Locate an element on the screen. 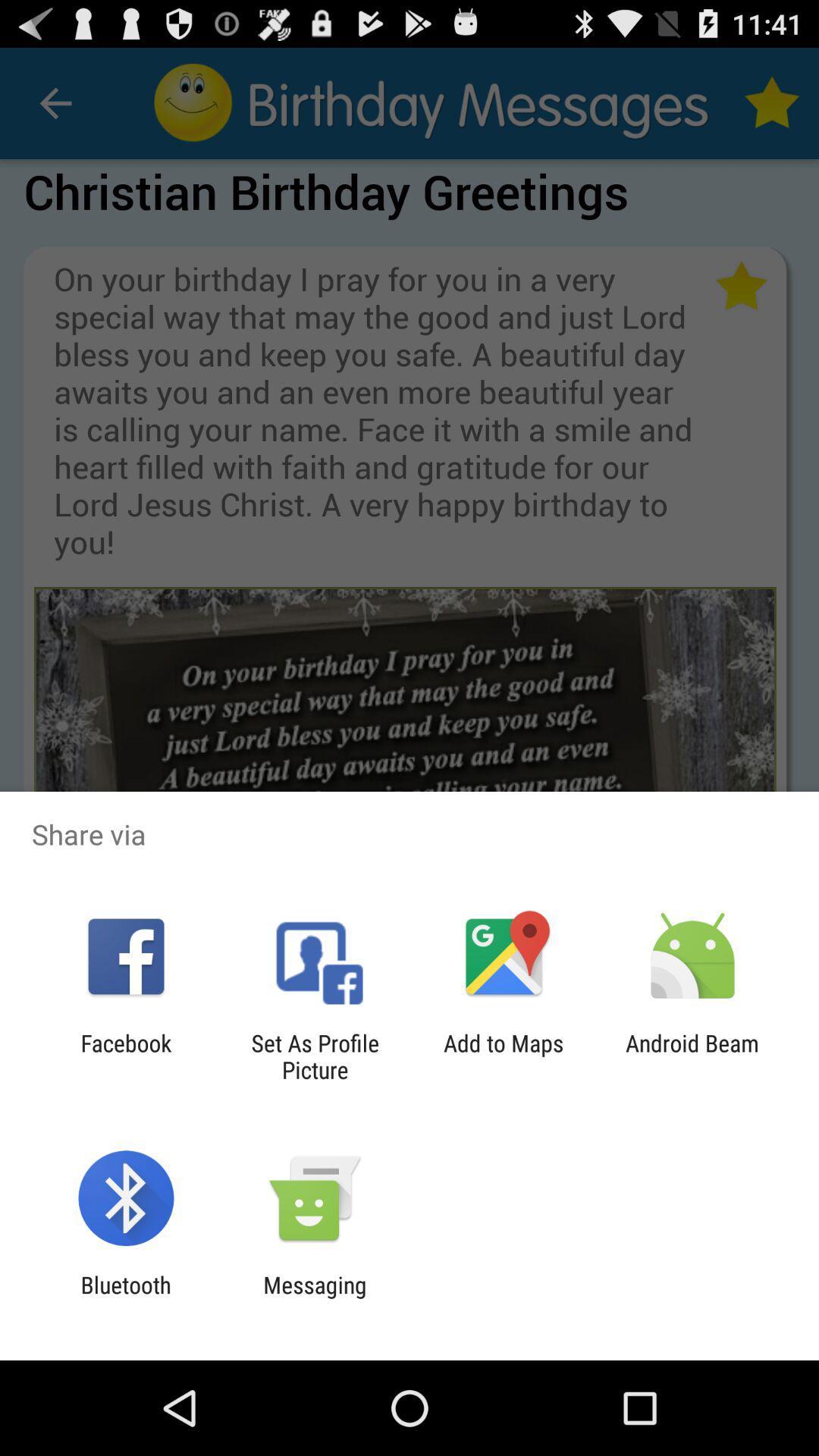  bluetooth is located at coordinates (125, 1298).